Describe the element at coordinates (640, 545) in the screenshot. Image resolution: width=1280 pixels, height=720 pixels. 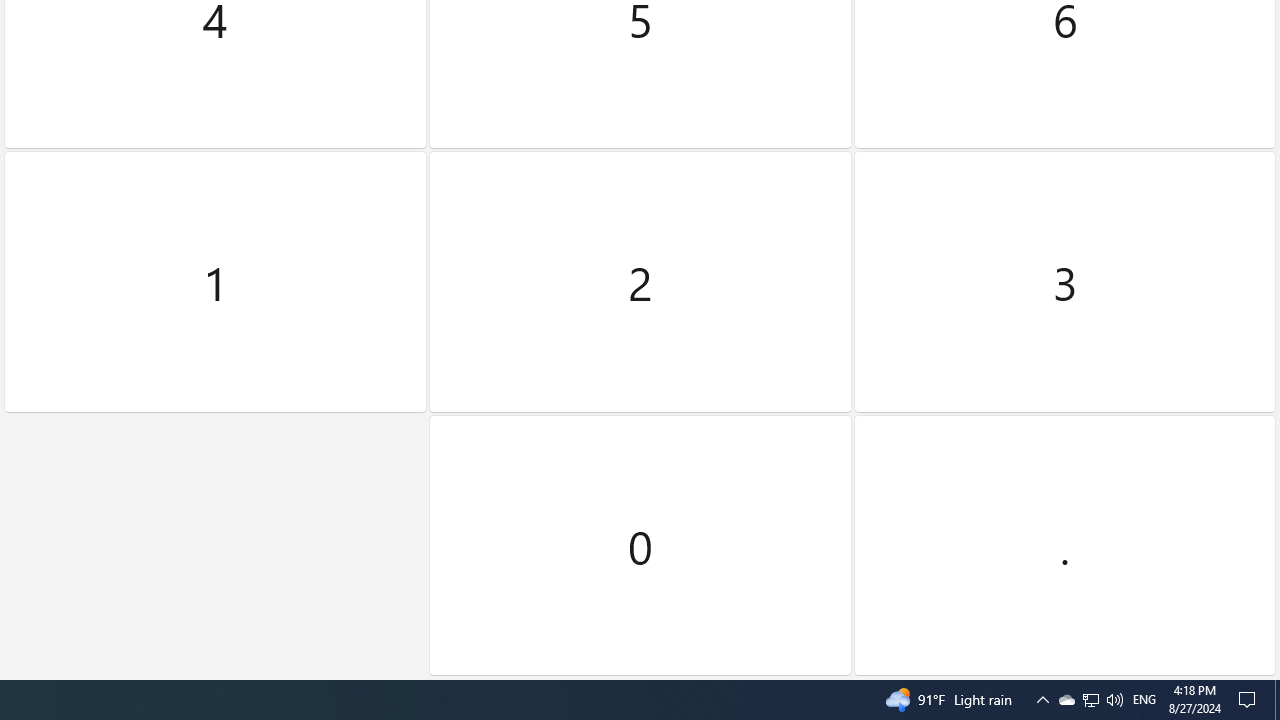
I see `'Zero'` at that location.